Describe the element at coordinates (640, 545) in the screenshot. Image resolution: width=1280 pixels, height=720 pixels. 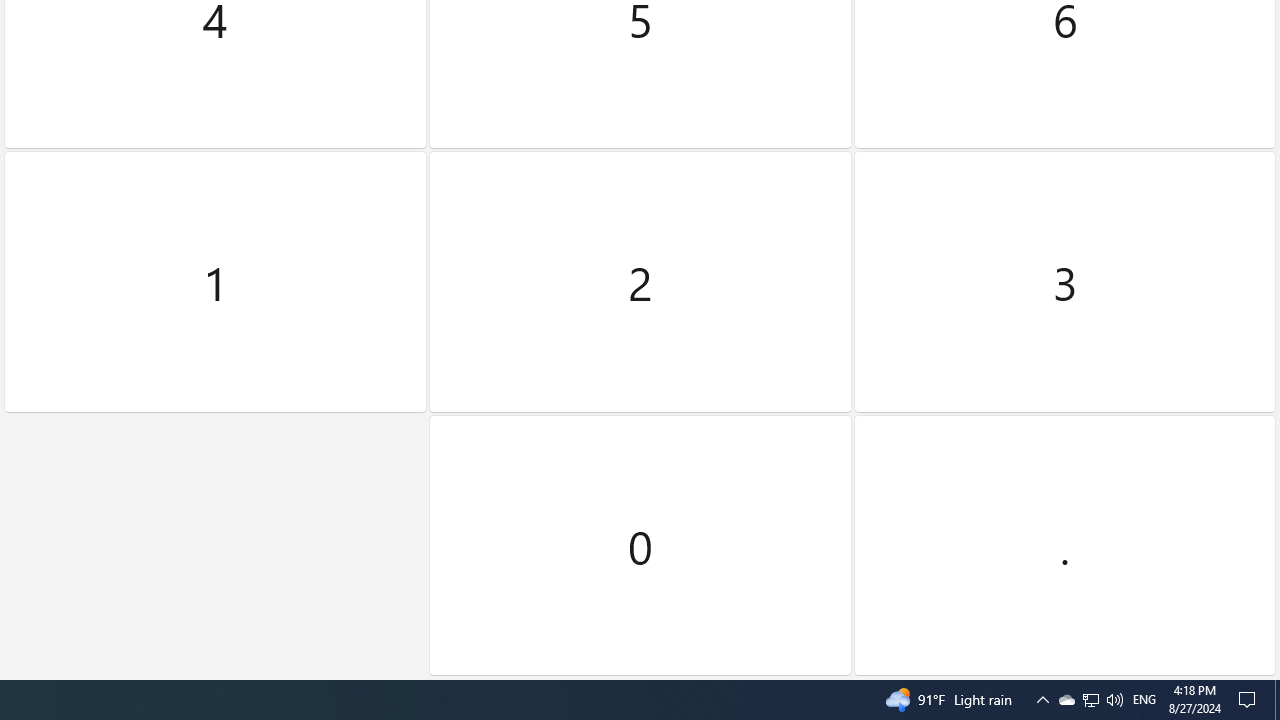
I see `'Zero'` at that location.